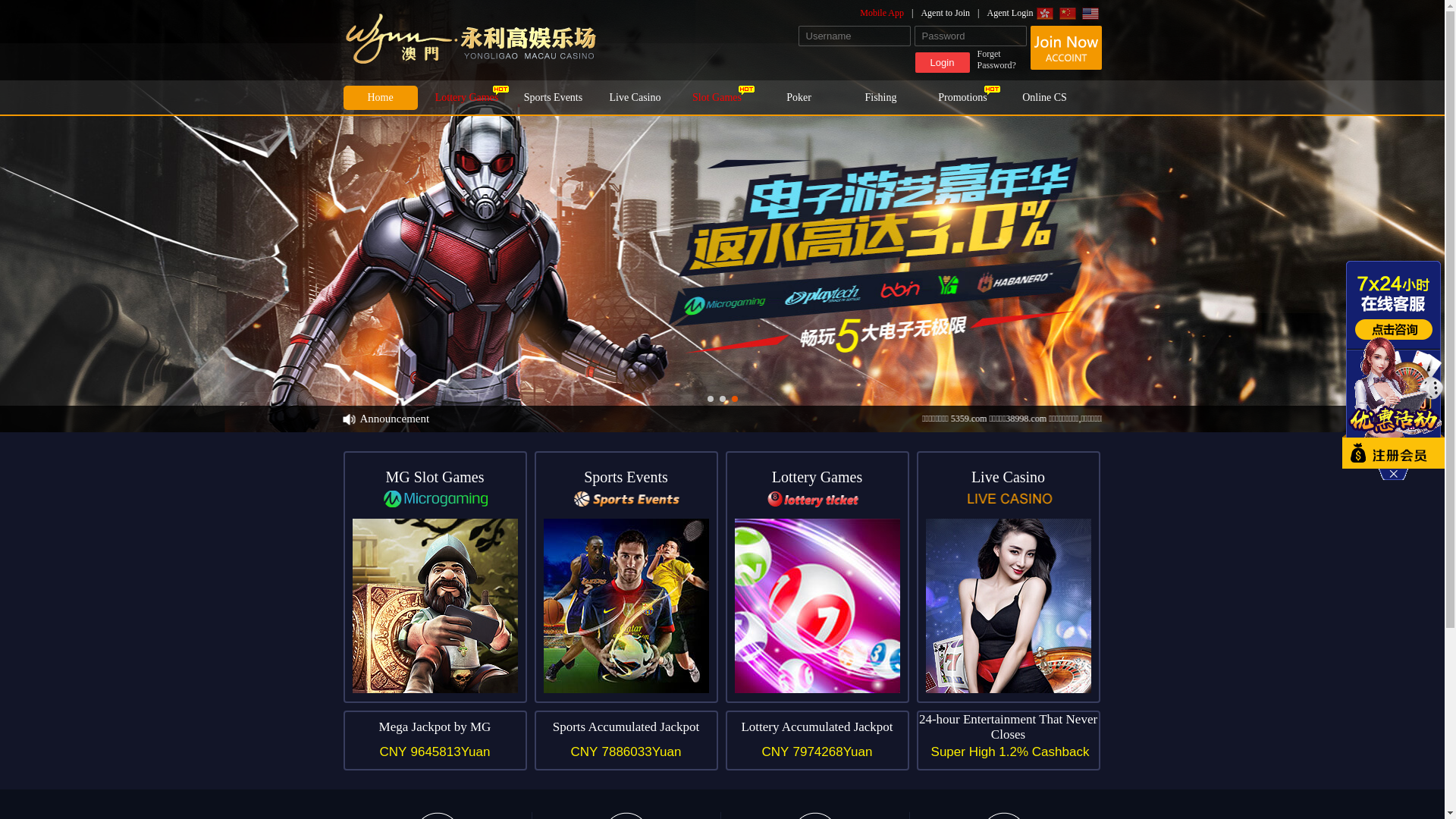  What do you see at coordinates (1007, 97) in the screenshot?
I see `'Online CS'` at bounding box center [1007, 97].